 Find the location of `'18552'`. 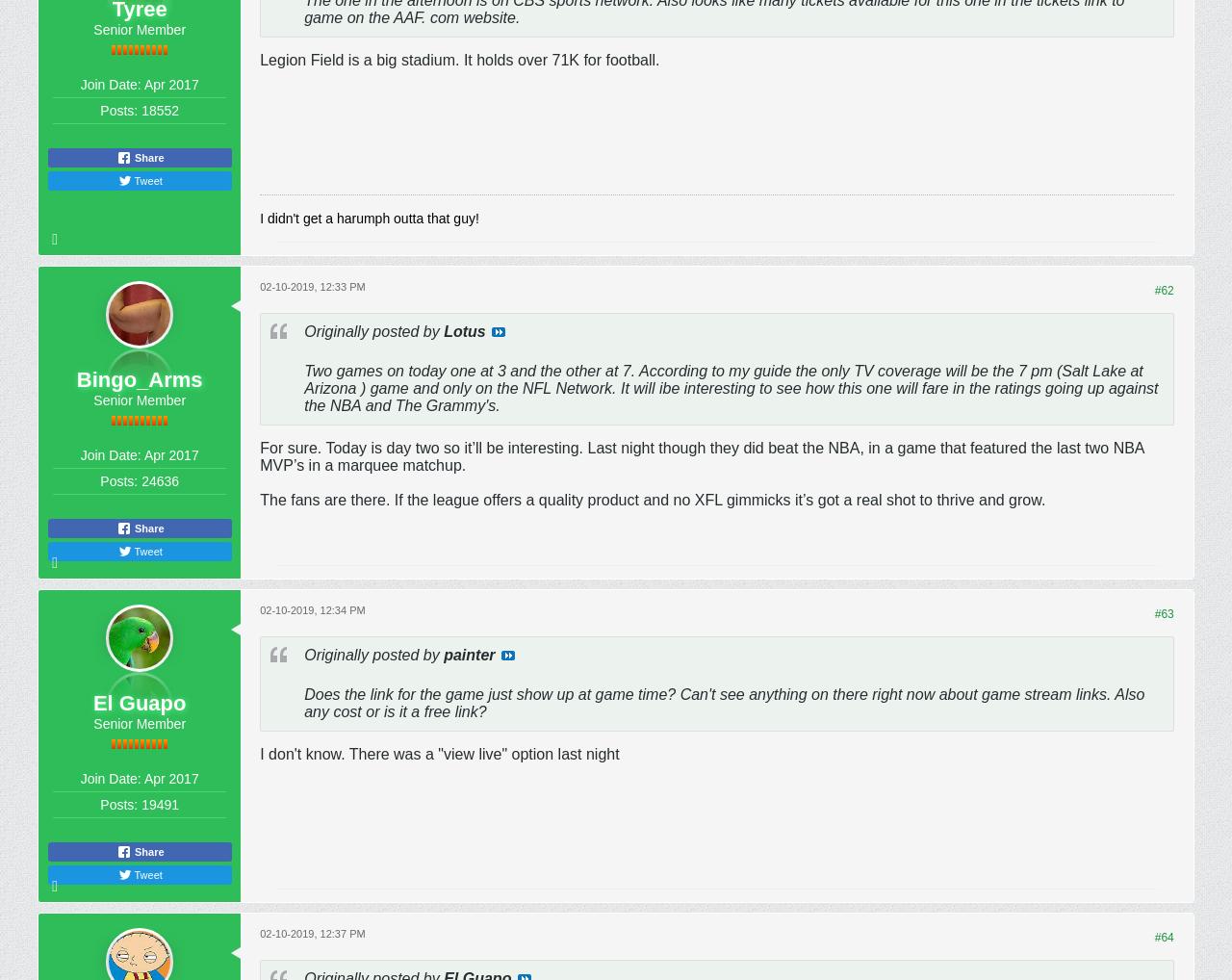

'18552' is located at coordinates (160, 109).